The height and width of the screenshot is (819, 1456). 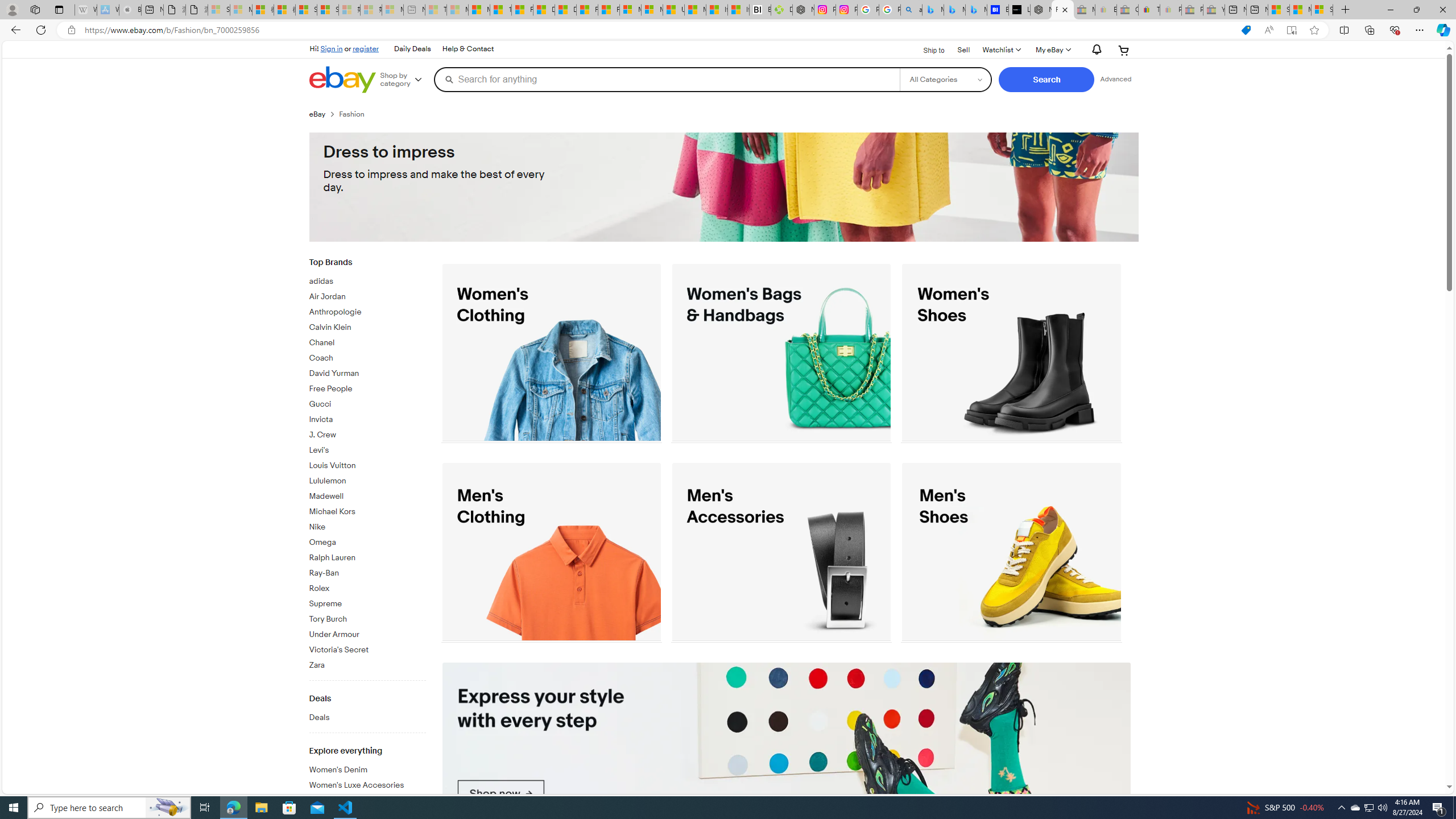 What do you see at coordinates (666, 78) in the screenshot?
I see `'Search for anything'` at bounding box center [666, 78].